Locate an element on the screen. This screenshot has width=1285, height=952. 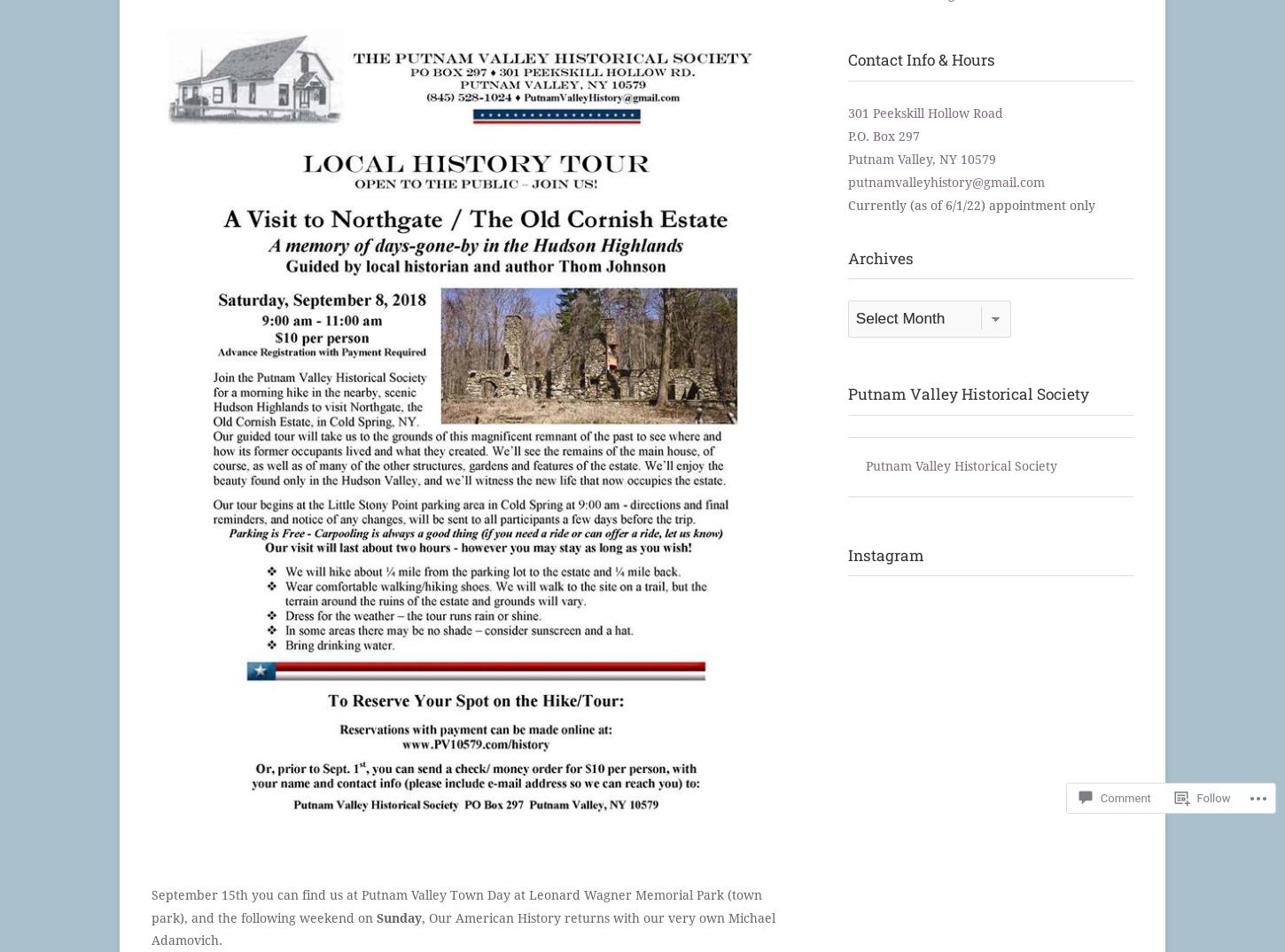
'putnamvalleyhistory@gmail.com' is located at coordinates (845, 182).